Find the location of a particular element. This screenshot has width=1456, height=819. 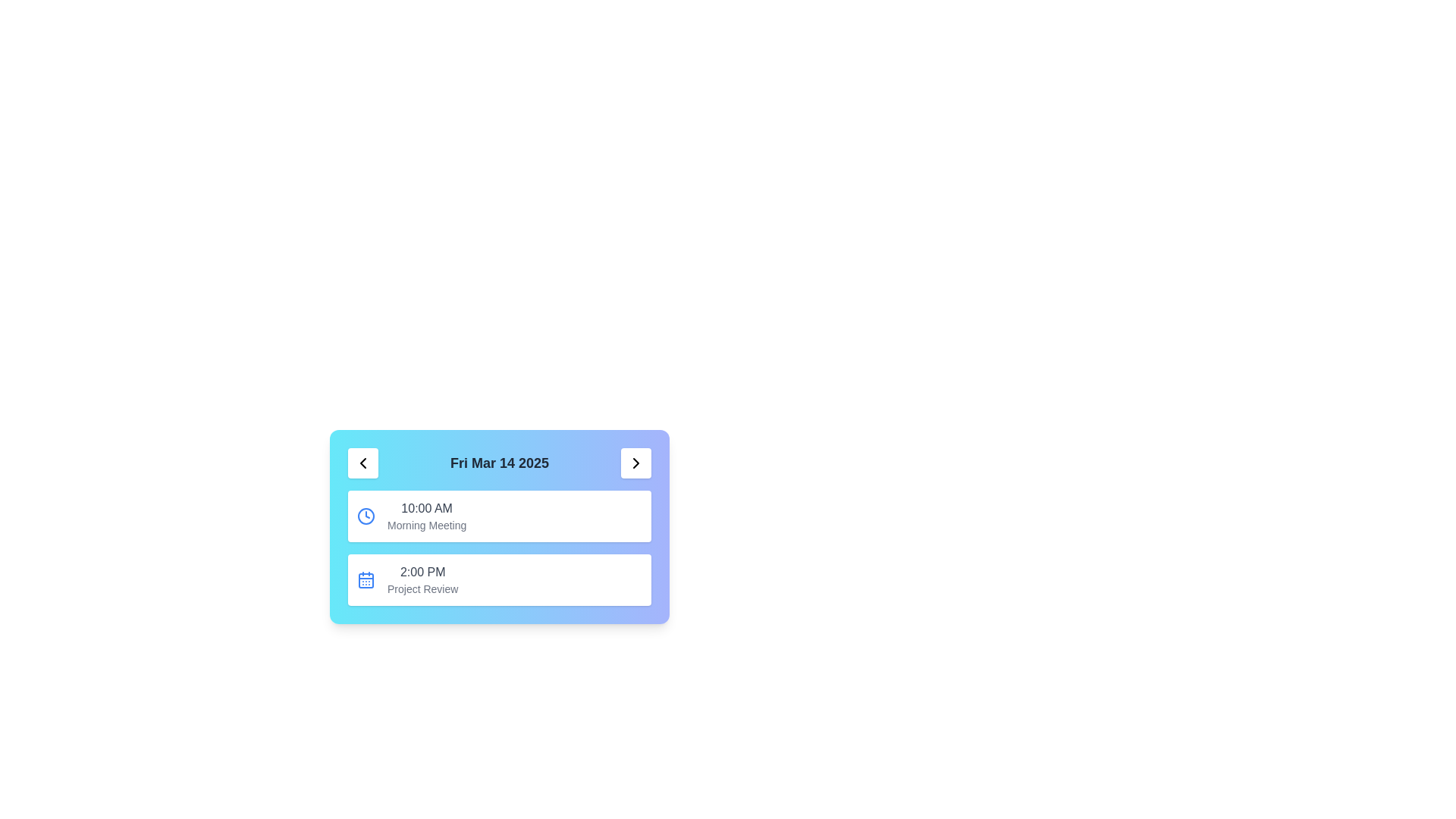

the chevron icon located at the top-right corner of the date-display card showing 'Fri Mar 14 2025' is located at coordinates (636, 462).